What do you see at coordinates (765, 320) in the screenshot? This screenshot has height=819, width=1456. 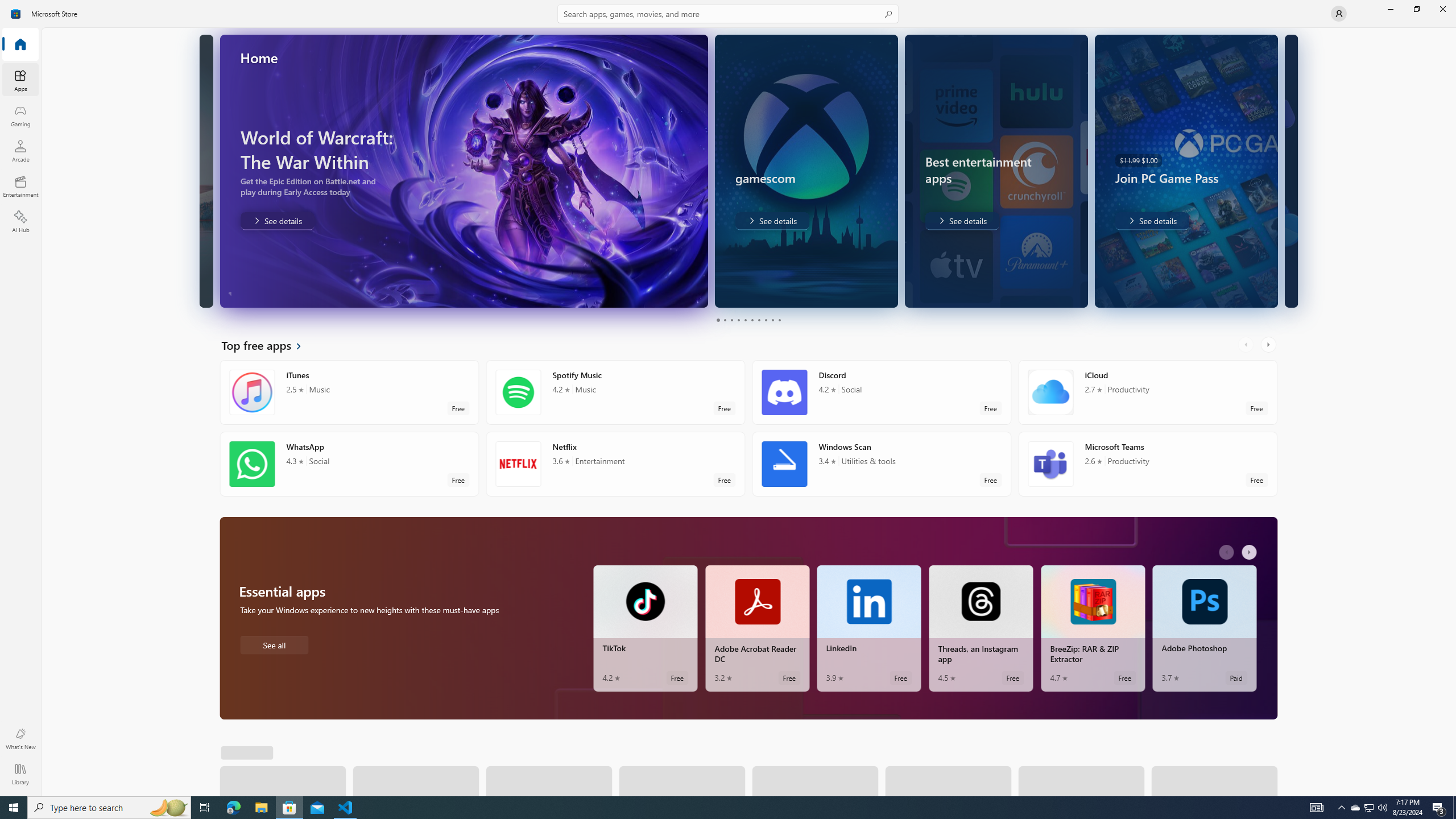 I see `'Page 8'` at bounding box center [765, 320].